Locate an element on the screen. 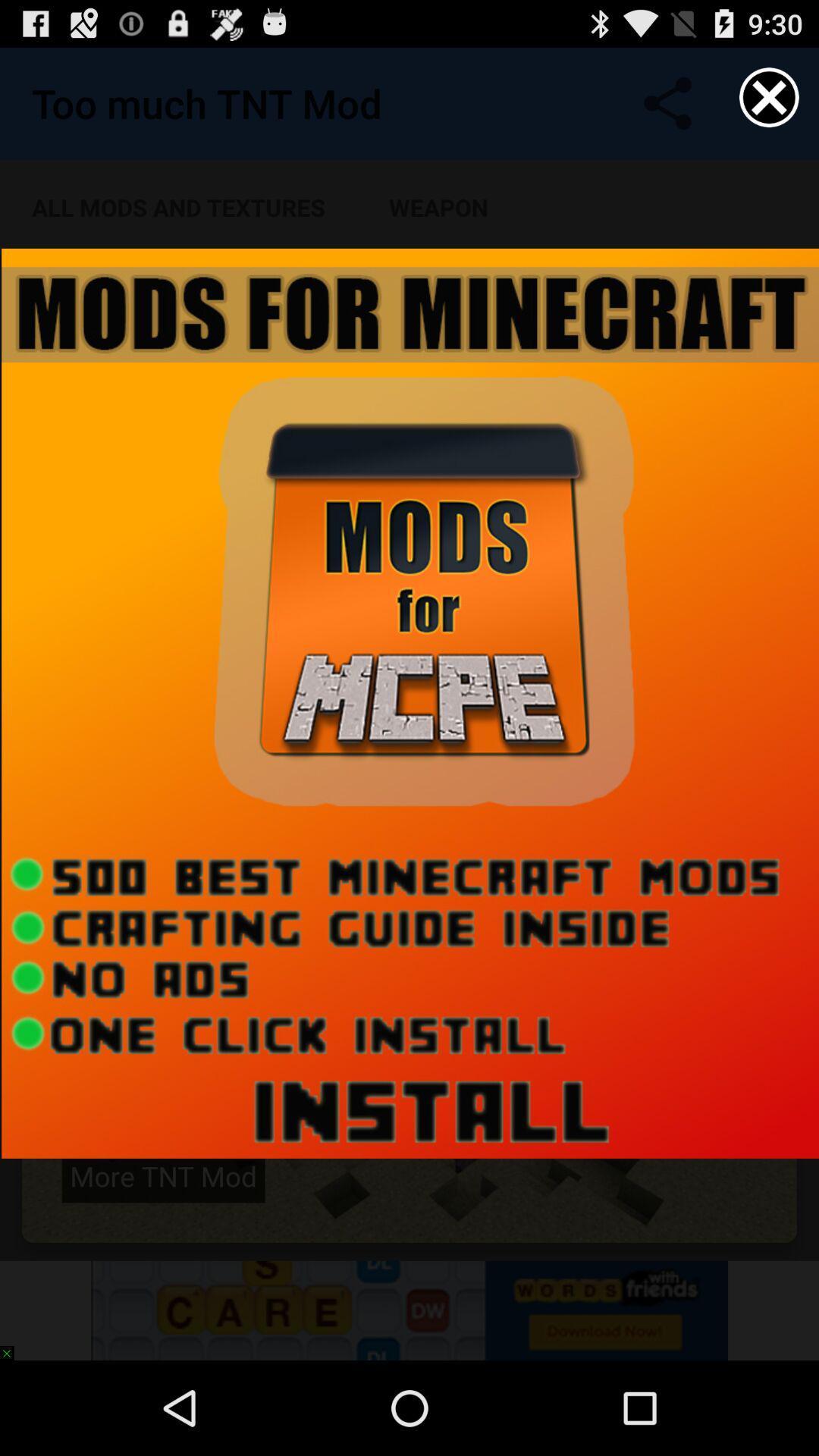 This screenshot has height=1456, width=819. button is located at coordinates (769, 96).